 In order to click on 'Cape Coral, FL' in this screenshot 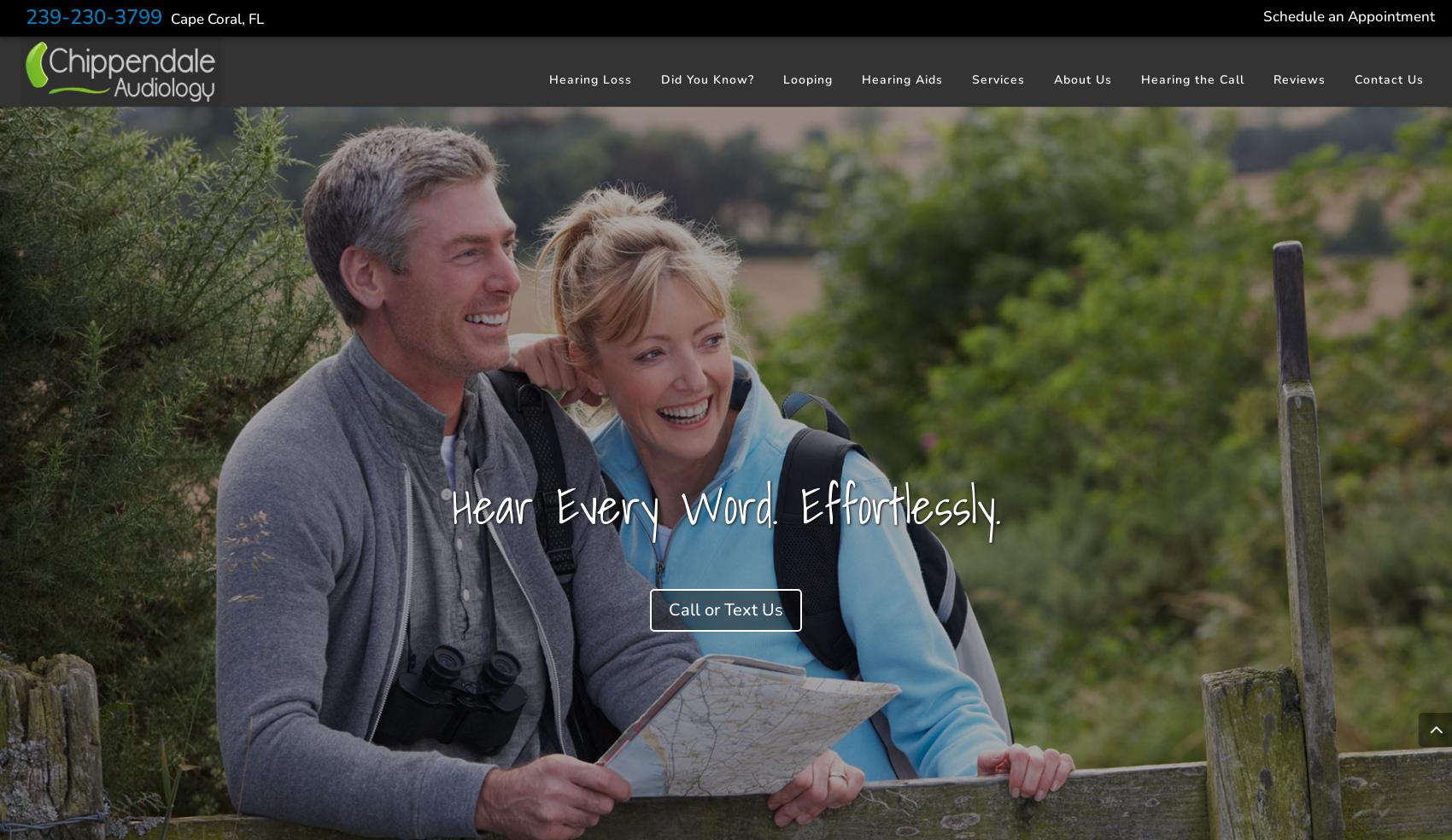, I will do `click(217, 18)`.